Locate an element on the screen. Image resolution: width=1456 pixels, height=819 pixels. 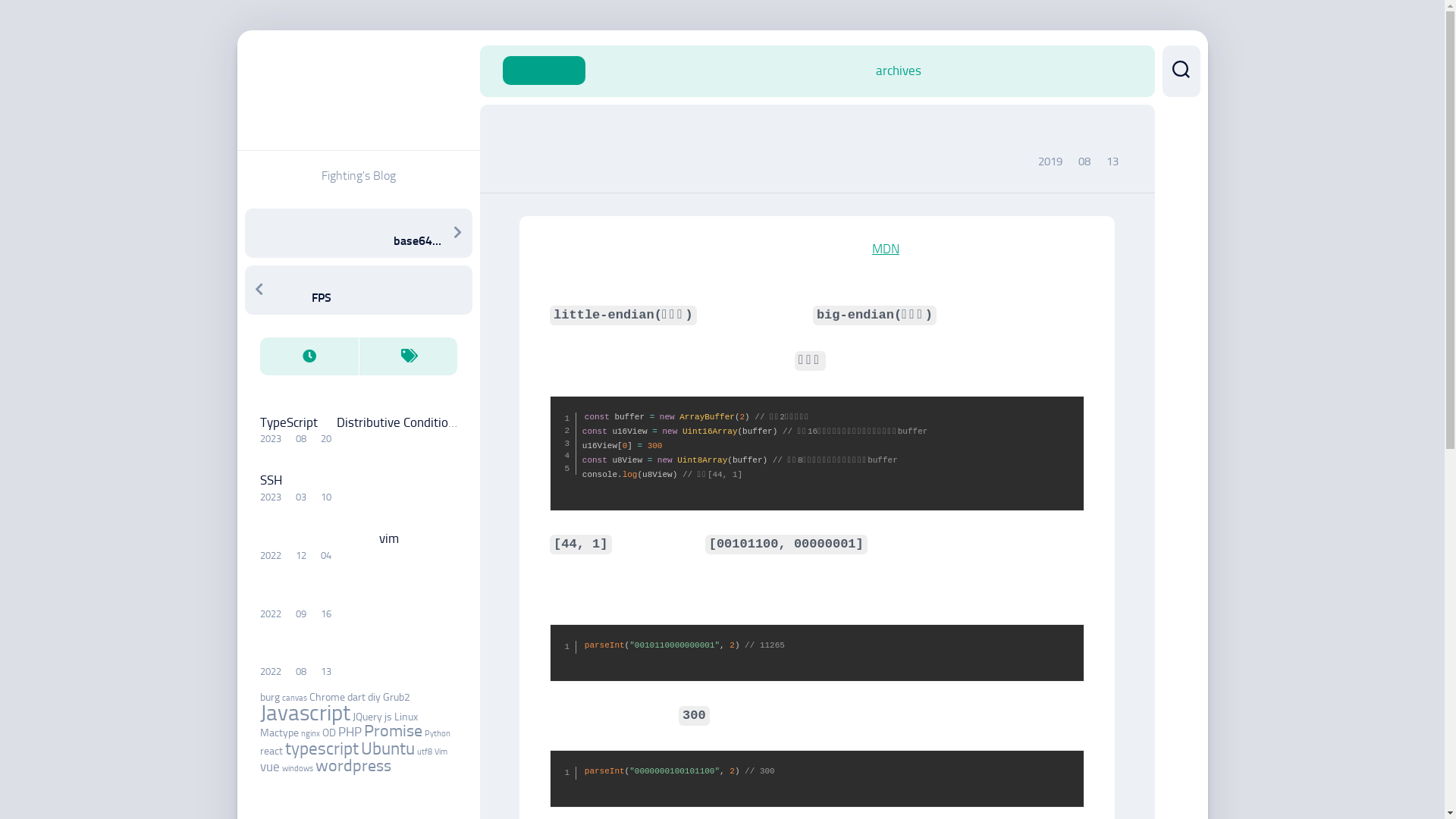
'JQuery' is located at coordinates (366, 717).